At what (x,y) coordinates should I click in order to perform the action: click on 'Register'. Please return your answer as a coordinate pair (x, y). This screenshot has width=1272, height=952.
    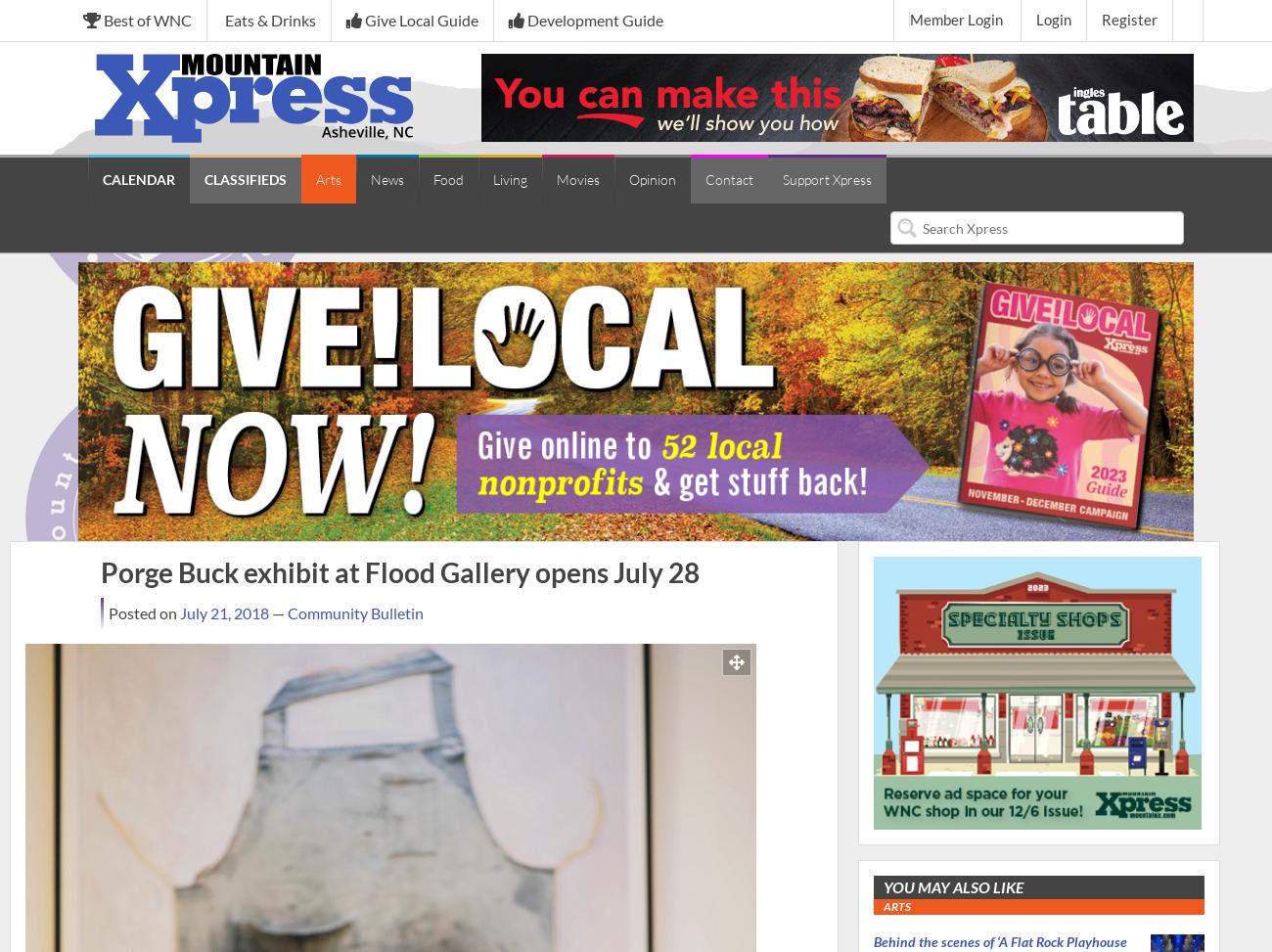
    Looking at the image, I should click on (1129, 20).